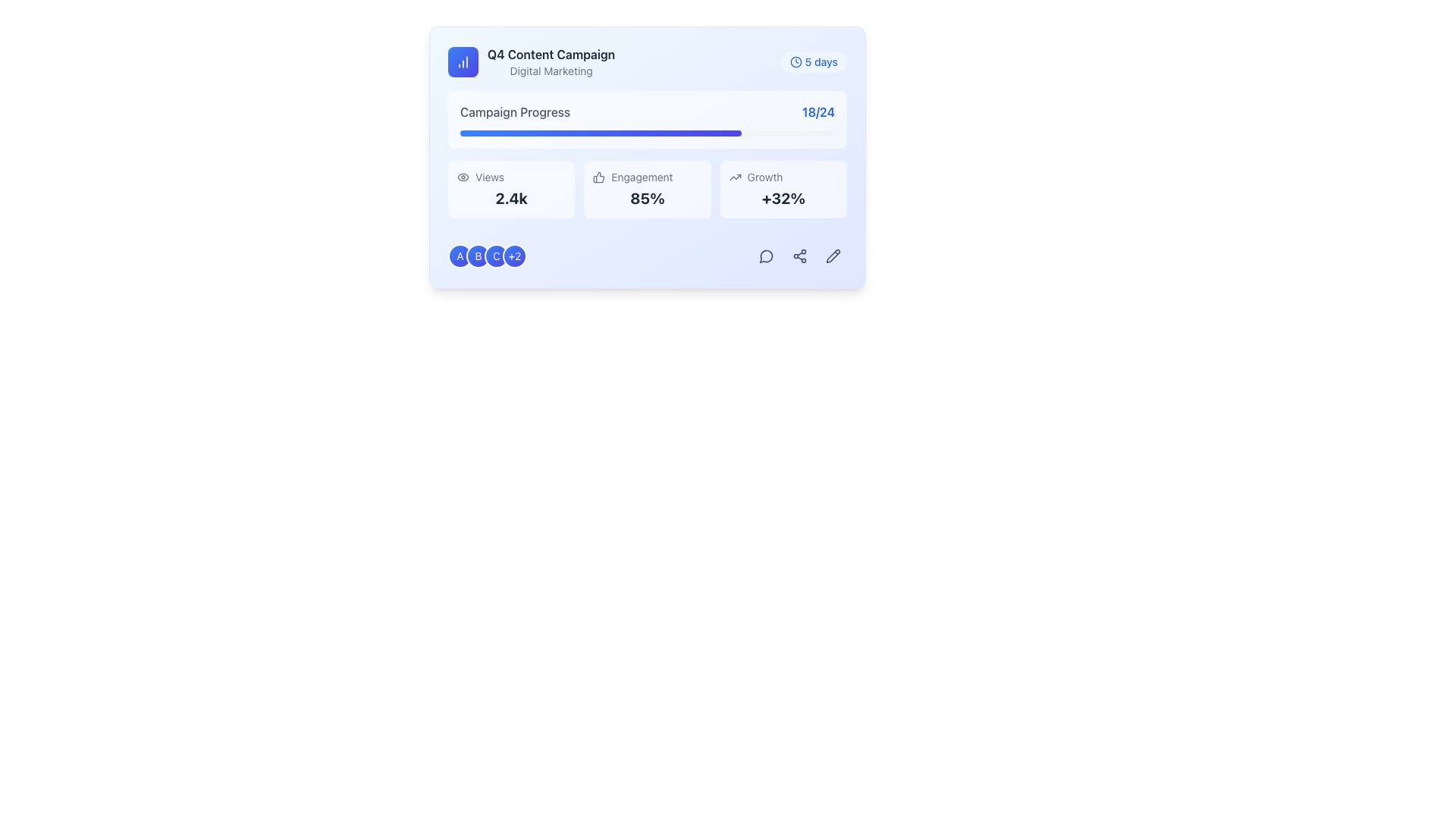 This screenshot has width=1456, height=819. What do you see at coordinates (511, 189) in the screenshot?
I see `the Information Display Widget, which is a white card with a semi-transparent background, featuring an eye icon and the label 'Views' in gray text with a bold black number '2.4k' below it` at bounding box center [511, 189].